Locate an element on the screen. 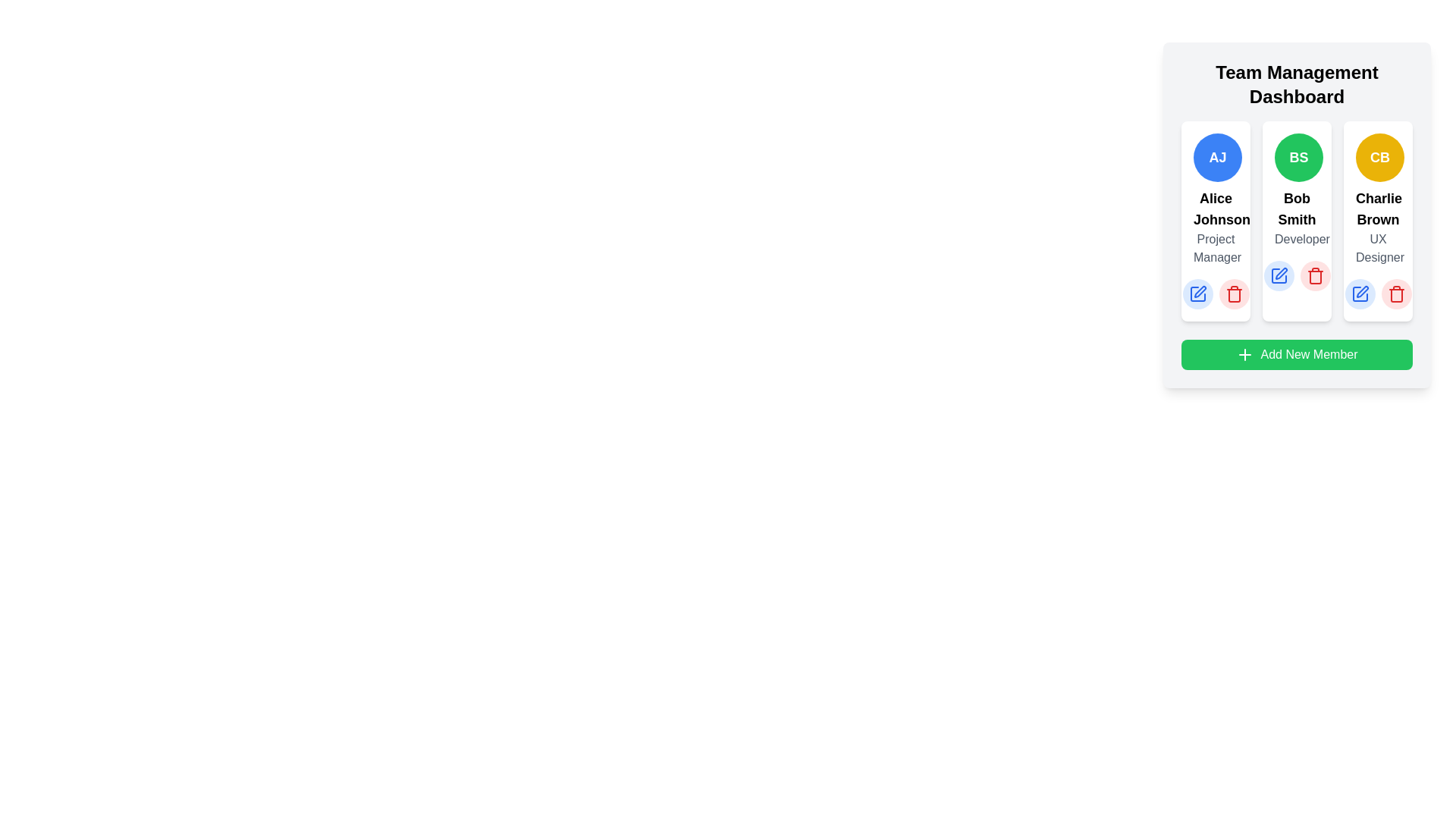 This screenshot has height=819, width=1456. the circular avatar representing team member 'Bob Smith' with initials 'BS' in the Team Management Dashboard is located at coordinates (1298, 158).